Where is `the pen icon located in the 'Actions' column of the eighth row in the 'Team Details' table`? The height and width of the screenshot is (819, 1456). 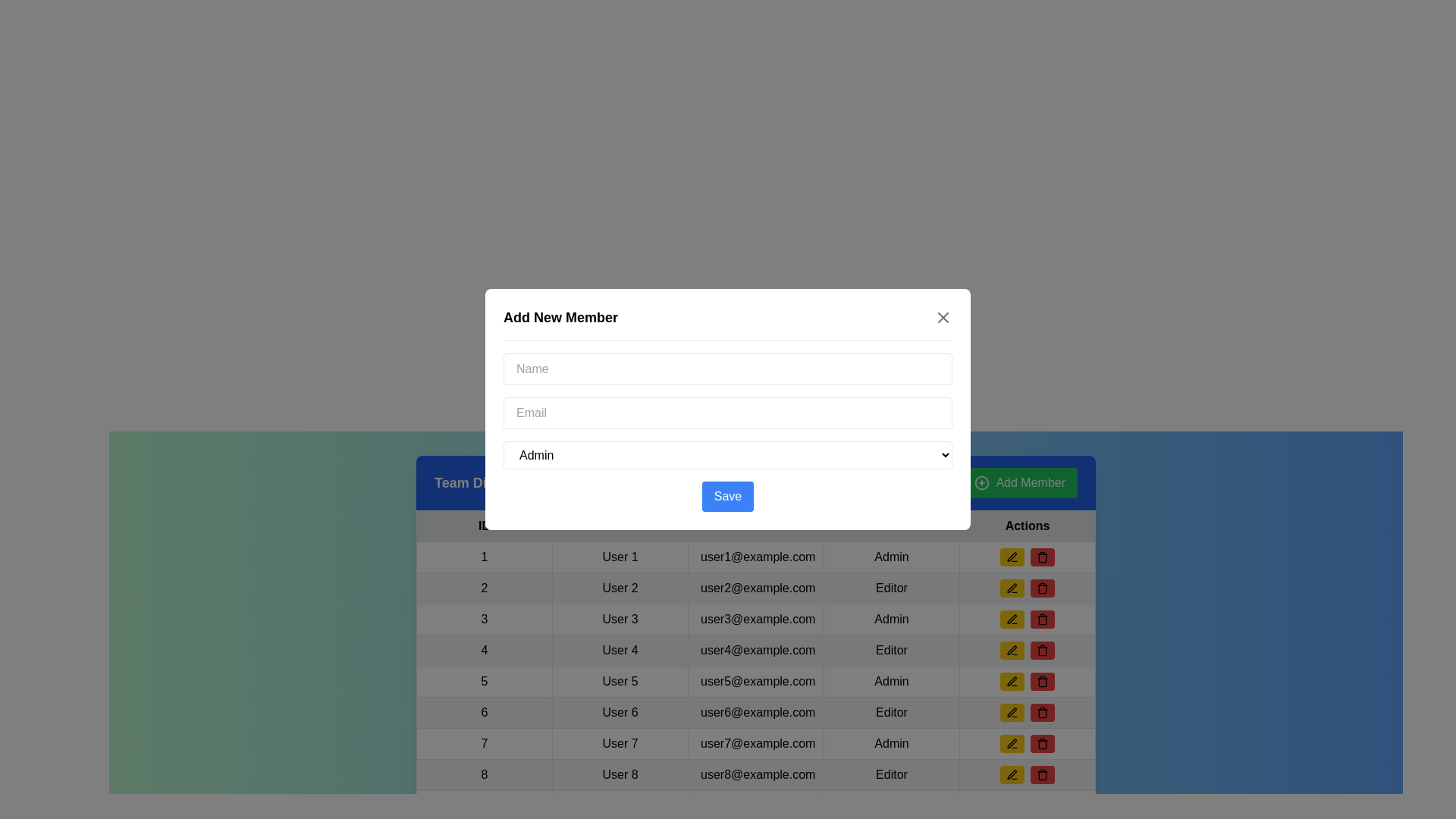 the pen icon located in the 'Actions' column of the eighth row in the 'Team Details' table is located at coordinates (1012, 620).